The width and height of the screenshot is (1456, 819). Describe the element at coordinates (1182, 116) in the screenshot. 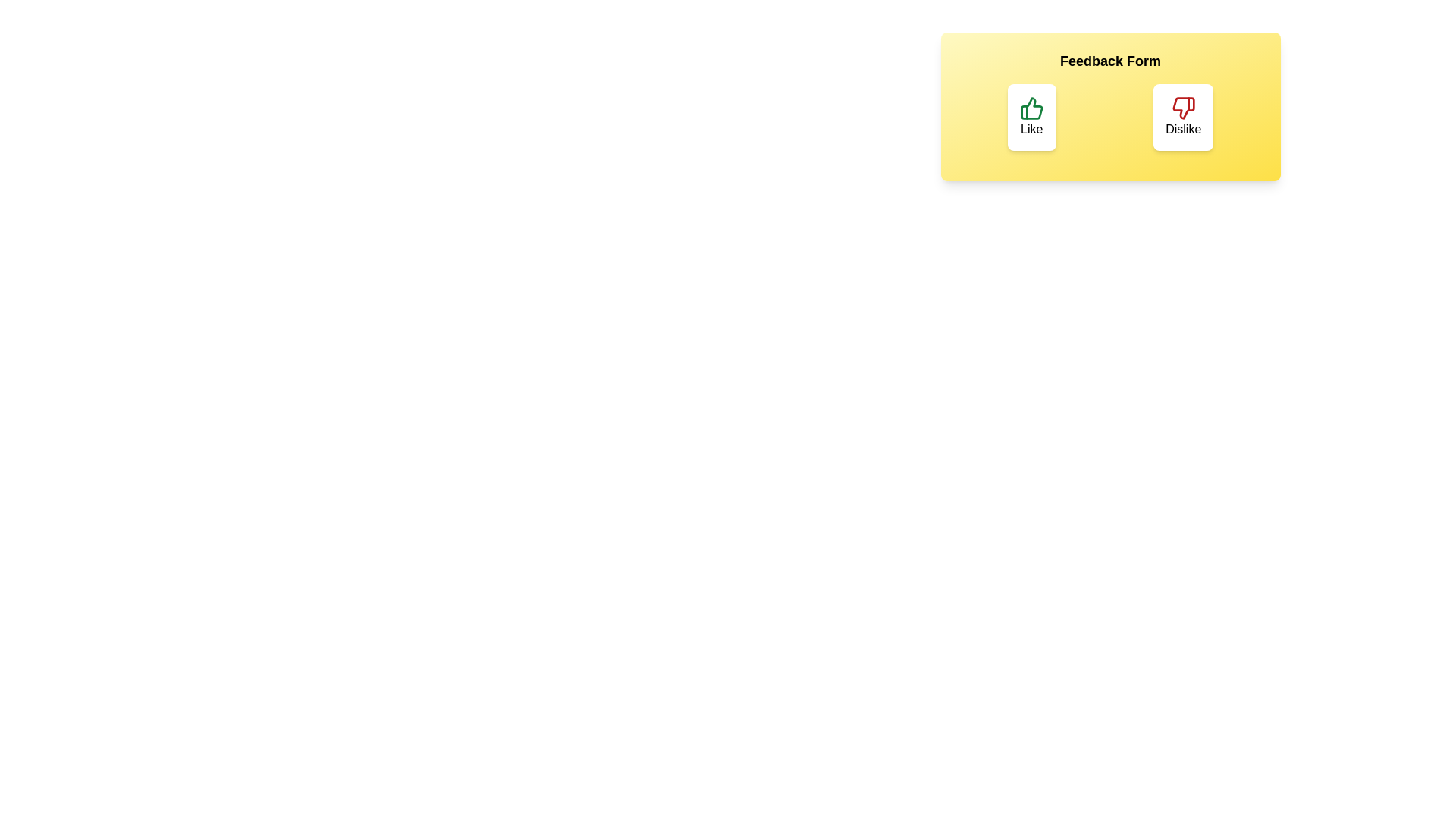

I see `the button labeled Dislike to observe its hover effect` at that location.